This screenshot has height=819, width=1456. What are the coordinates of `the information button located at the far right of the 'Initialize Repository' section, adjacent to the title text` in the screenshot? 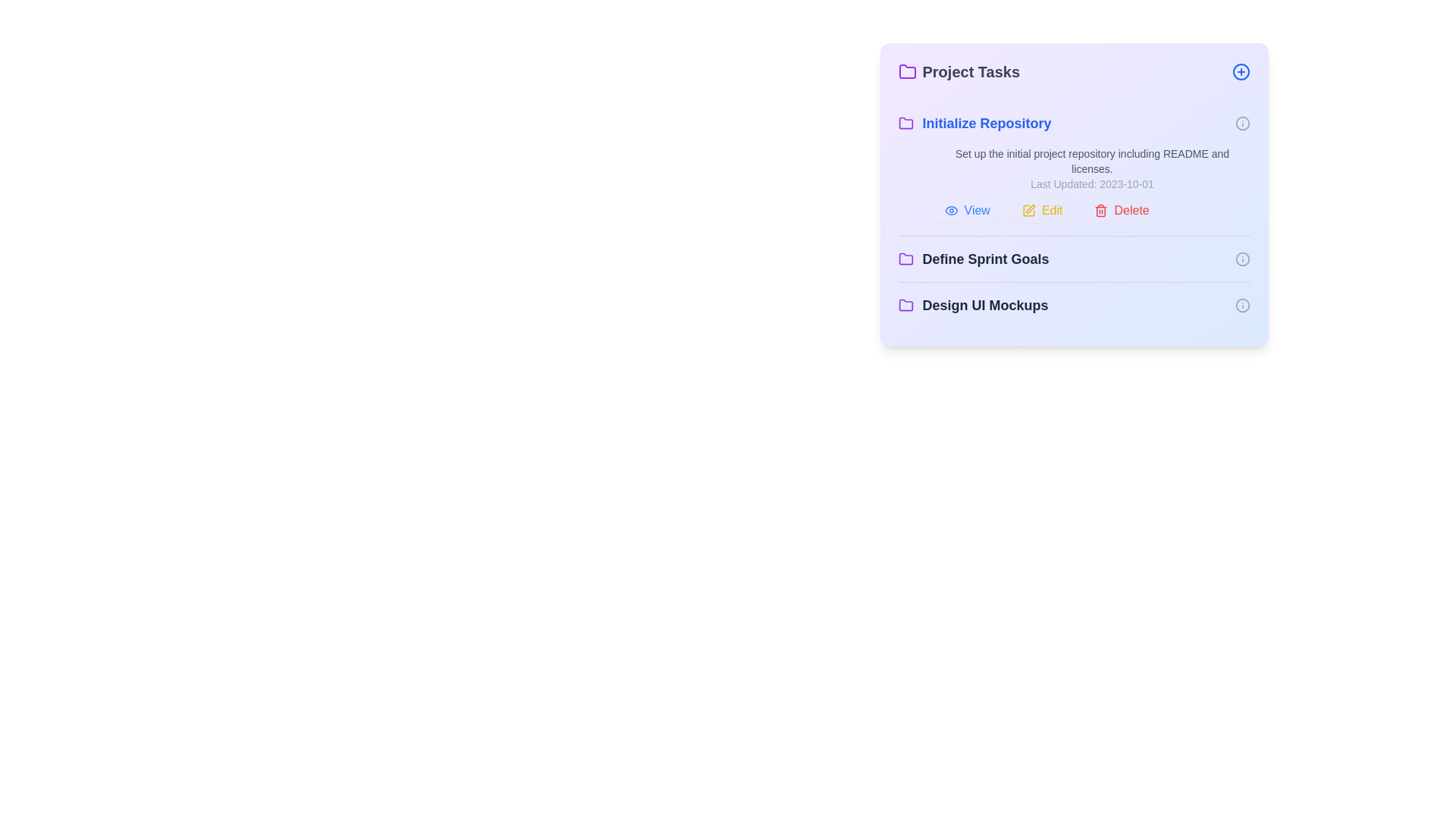 It's located at (1242, 122).